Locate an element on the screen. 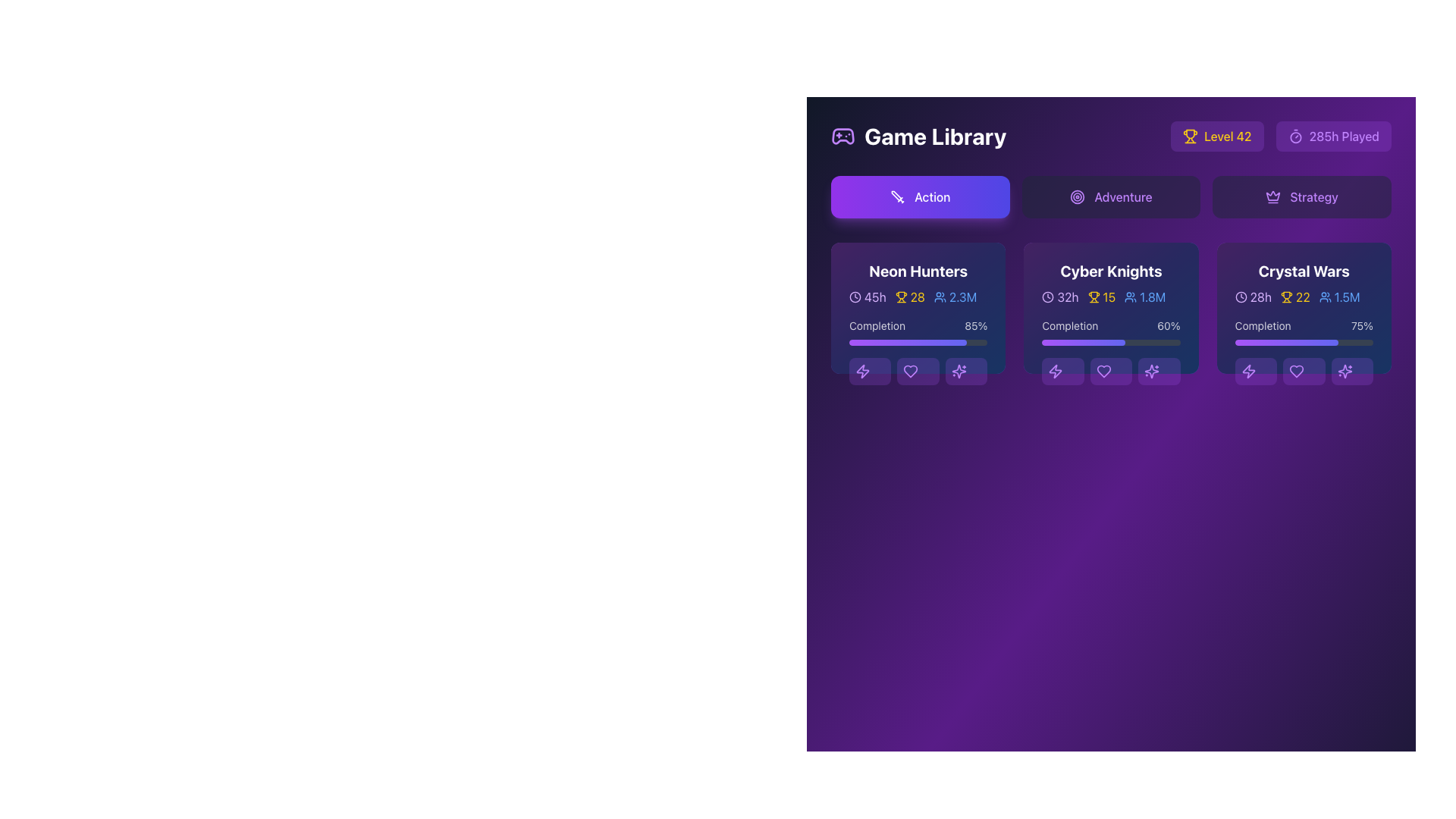 This screenshot has width=1456, height=819. the progress bar component labeled 'Completion' with a numerical text '75%' is located at coordinates (1303, 331).